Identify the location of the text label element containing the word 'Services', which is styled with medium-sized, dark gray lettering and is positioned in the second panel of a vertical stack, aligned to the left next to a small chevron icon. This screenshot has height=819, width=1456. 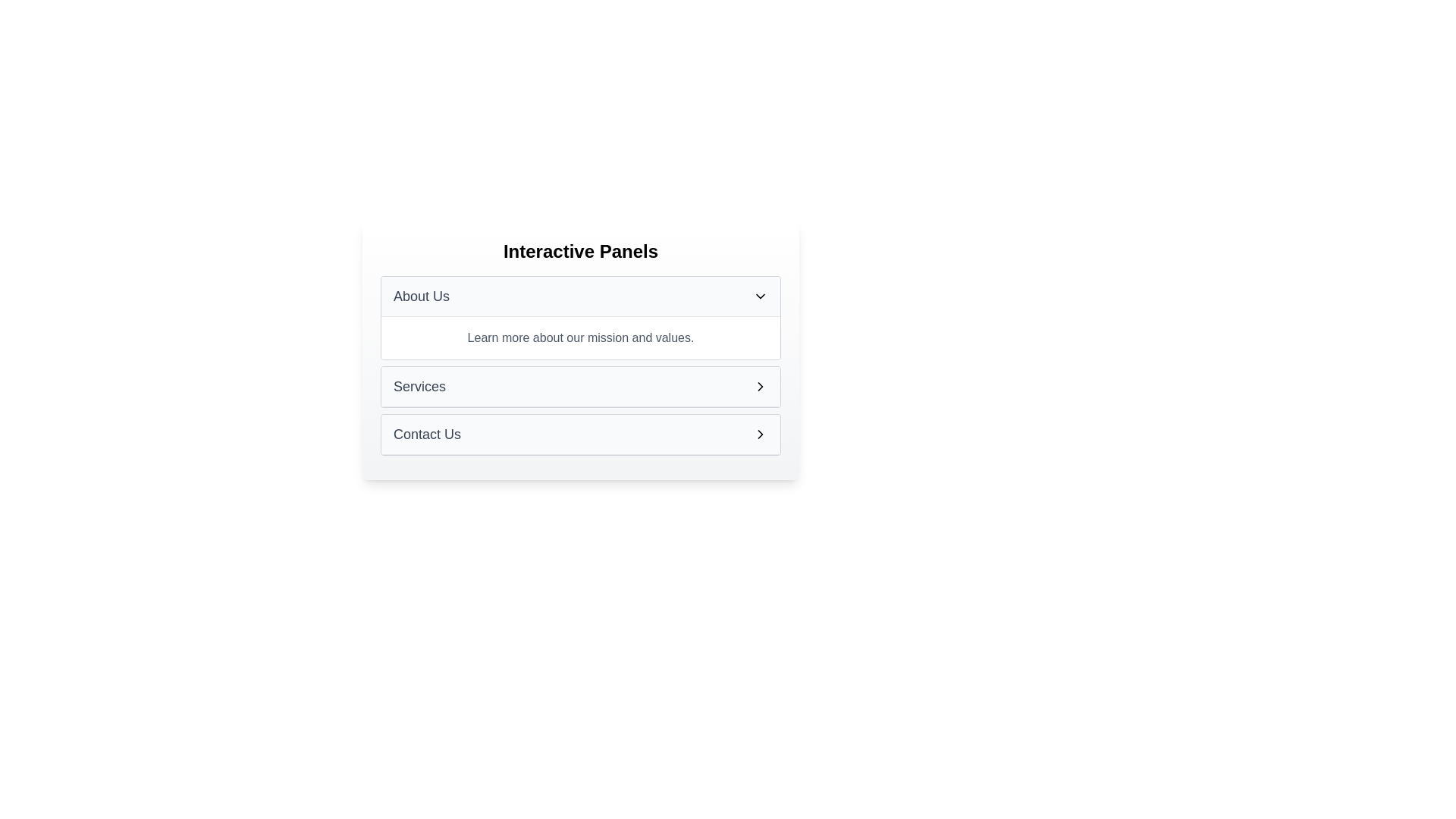
(419, 385).